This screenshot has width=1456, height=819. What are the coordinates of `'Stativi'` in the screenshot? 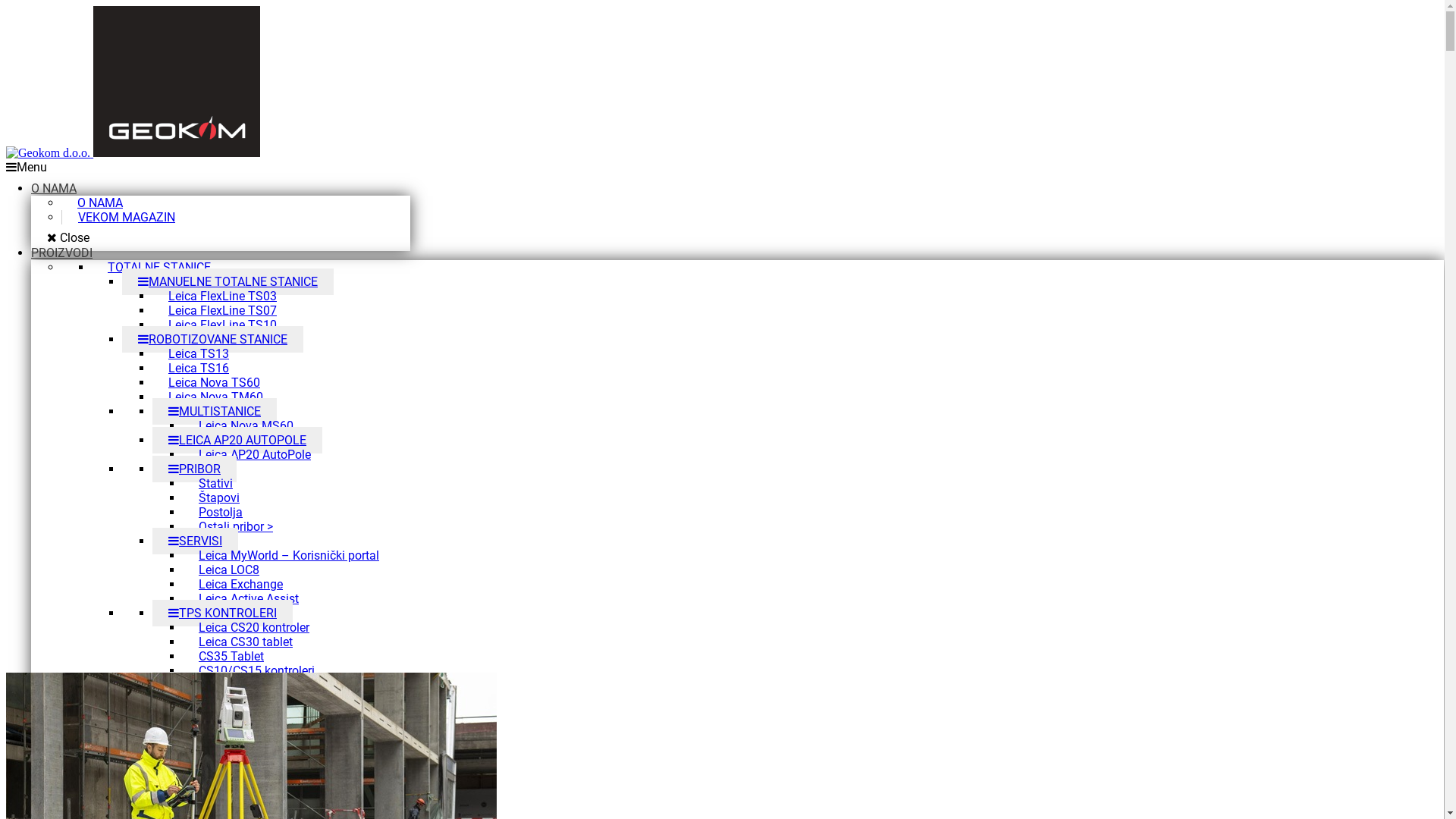 It's located at (215, 483).